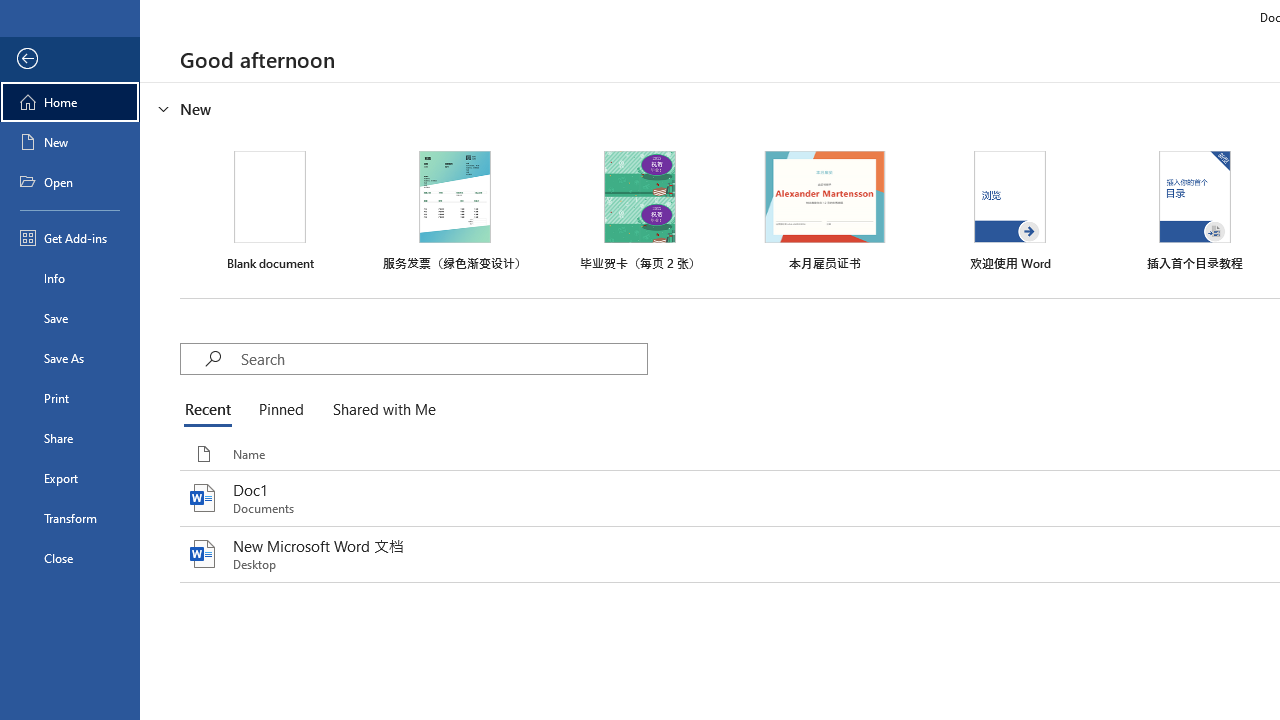  What do you see at coordinates (69, 316) in the screenshot?
I see `'Save'` at bounding box center [69, 316].